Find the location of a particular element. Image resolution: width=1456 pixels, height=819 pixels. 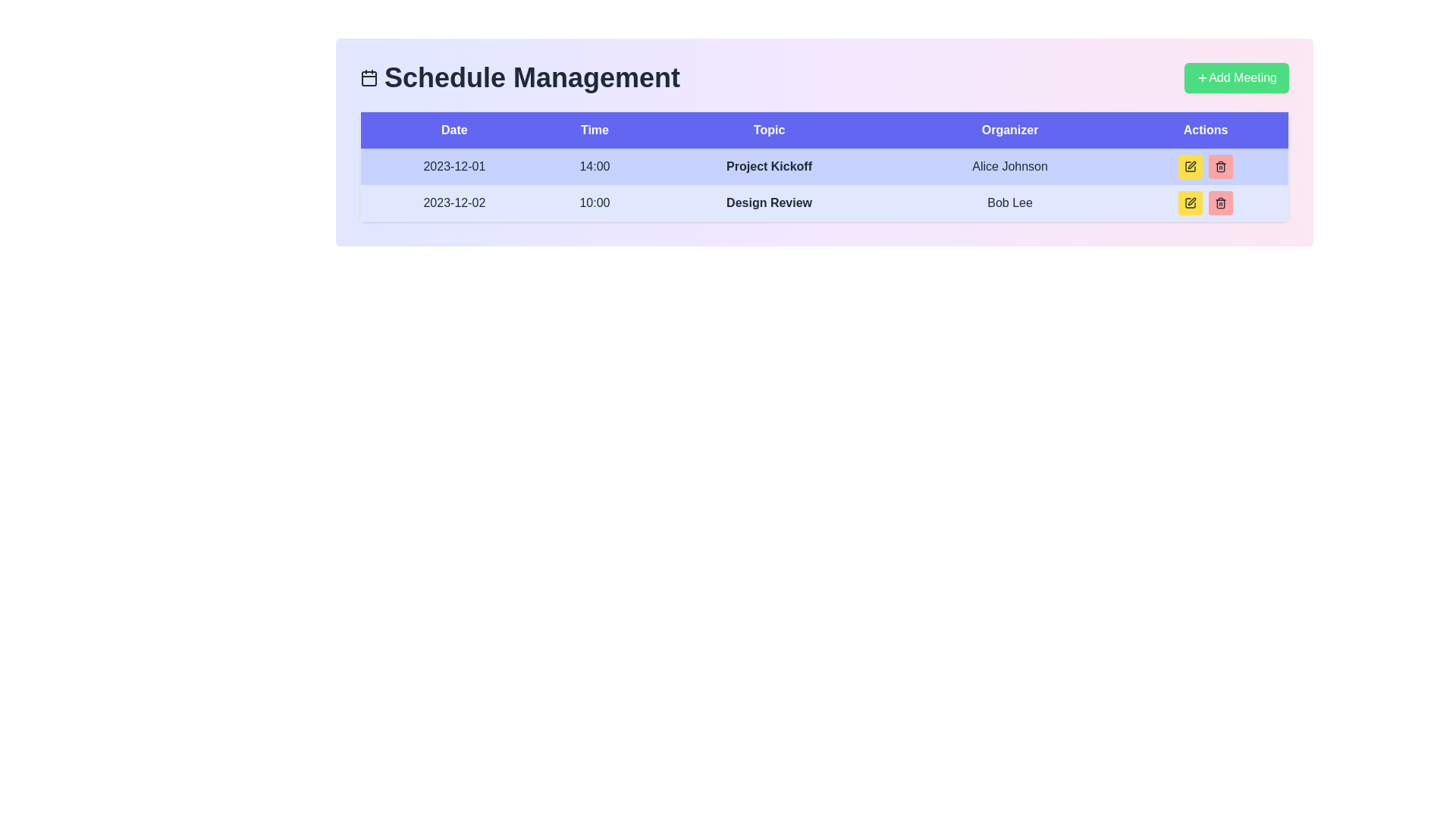

text of the Header label displaying 'Organizer', which is styled in white on a purple background and positioned in the header row between 'Topic' and 'Actions' is located at coordinates (1010, 129).